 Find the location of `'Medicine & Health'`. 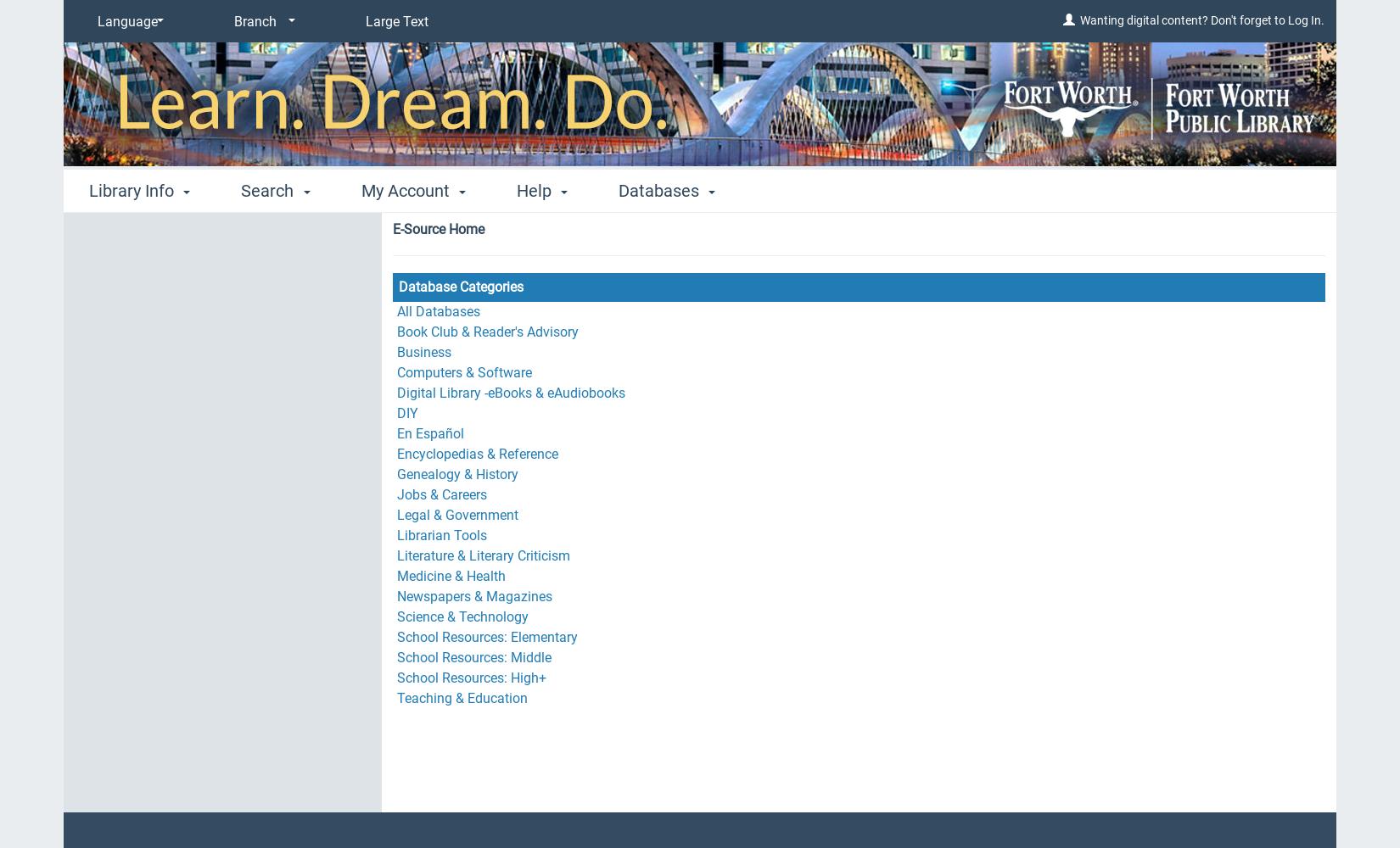

'Medicine & Health' is located at coordinates (450, 576).